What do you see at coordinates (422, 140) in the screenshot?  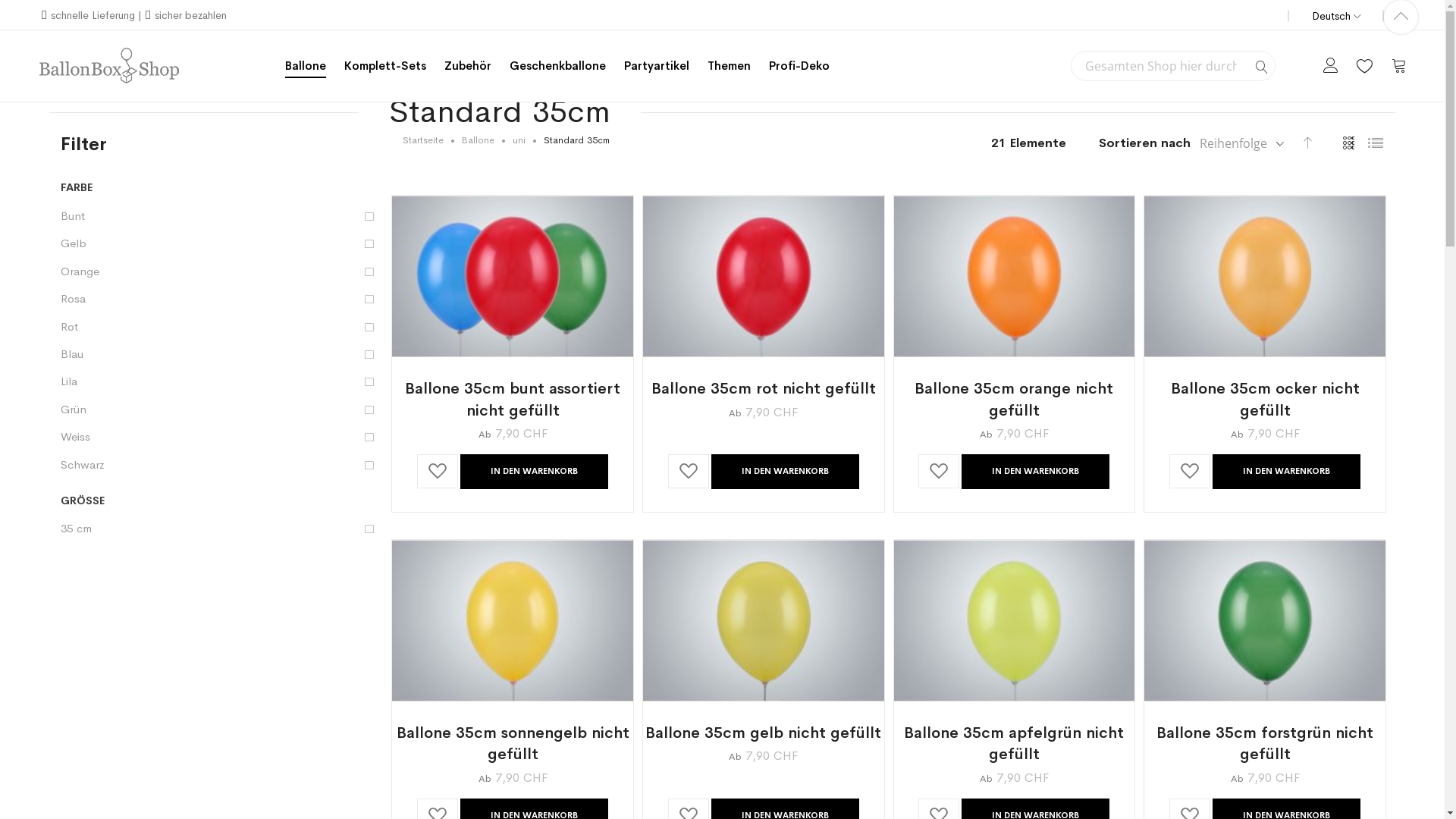 I see `'Startseite'` at bounding box center [422, 140].